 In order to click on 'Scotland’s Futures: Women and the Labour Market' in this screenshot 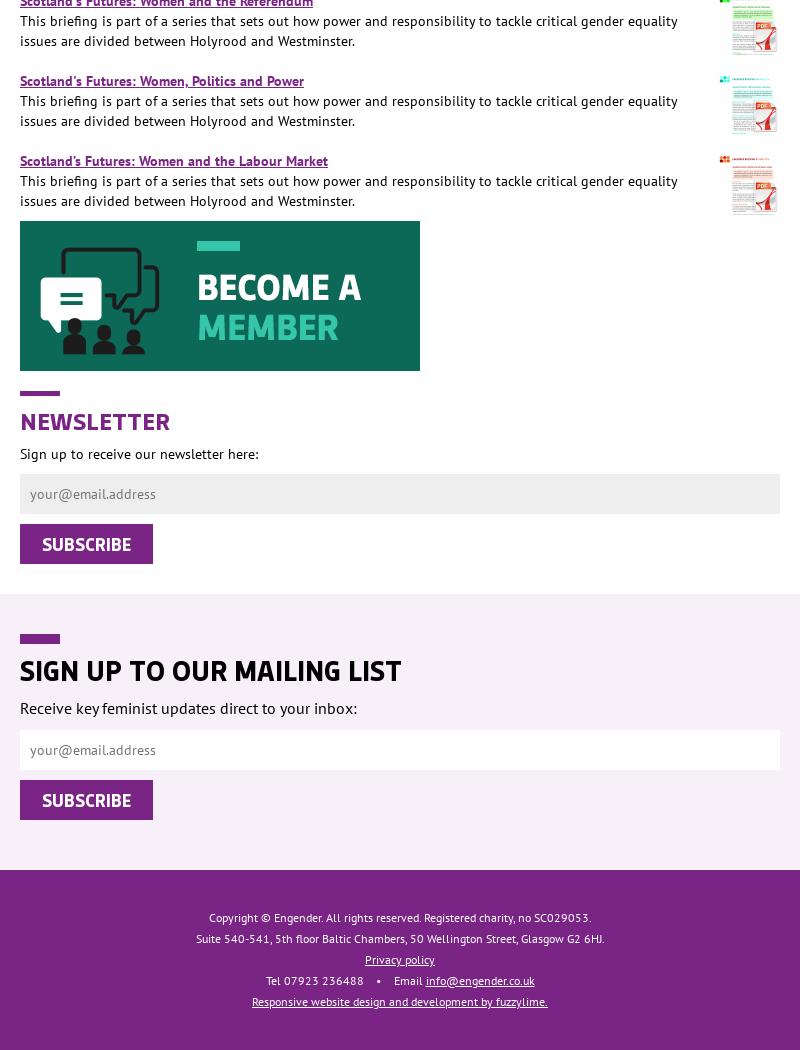, I will do `click(20, 160)`.